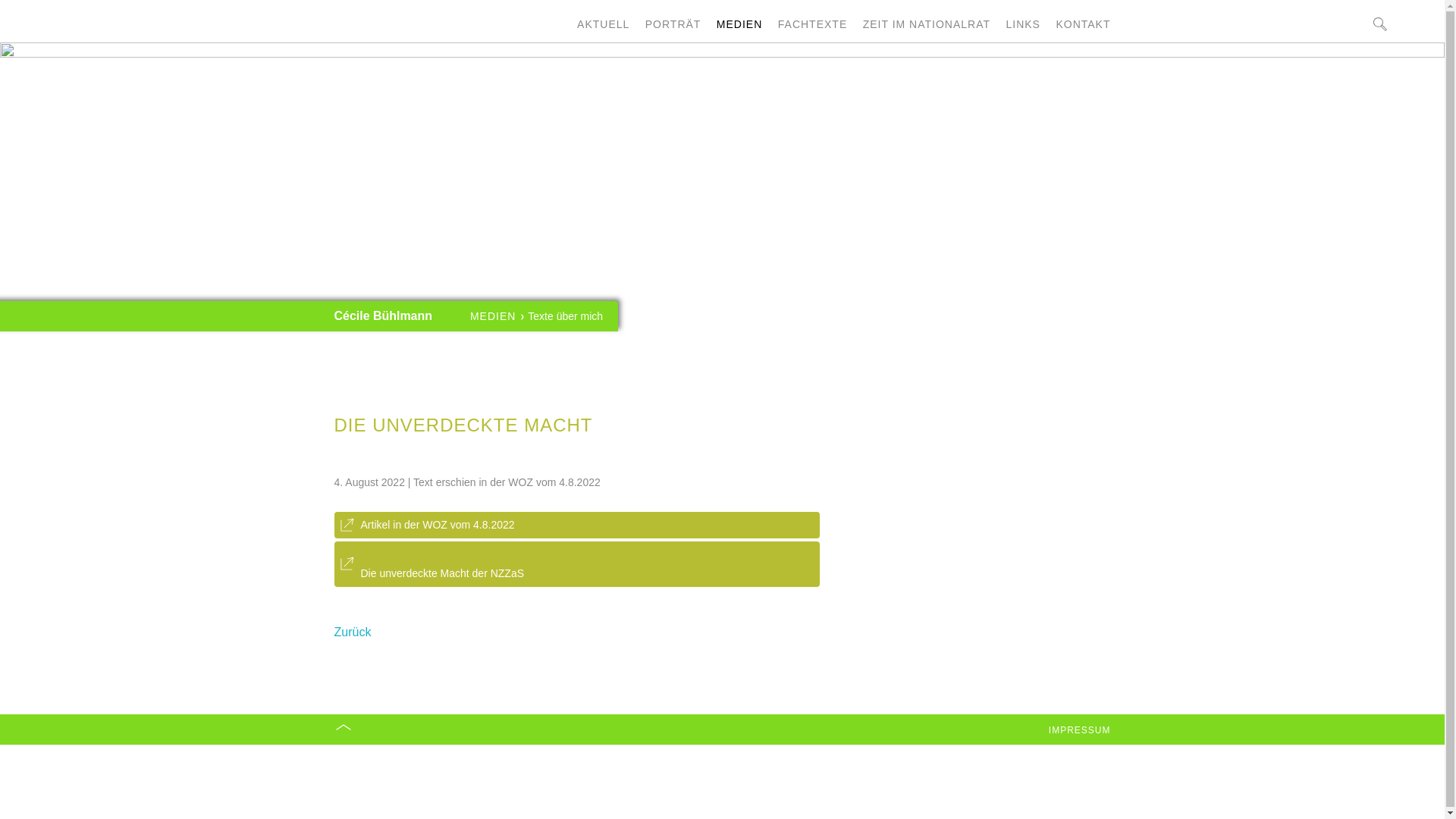 The image size is (1456, 819). Describe the element at coordinates (437, 523) in the screenshot. I see `'Artikel in der WOZ vom 4.8.2022'` at that location.